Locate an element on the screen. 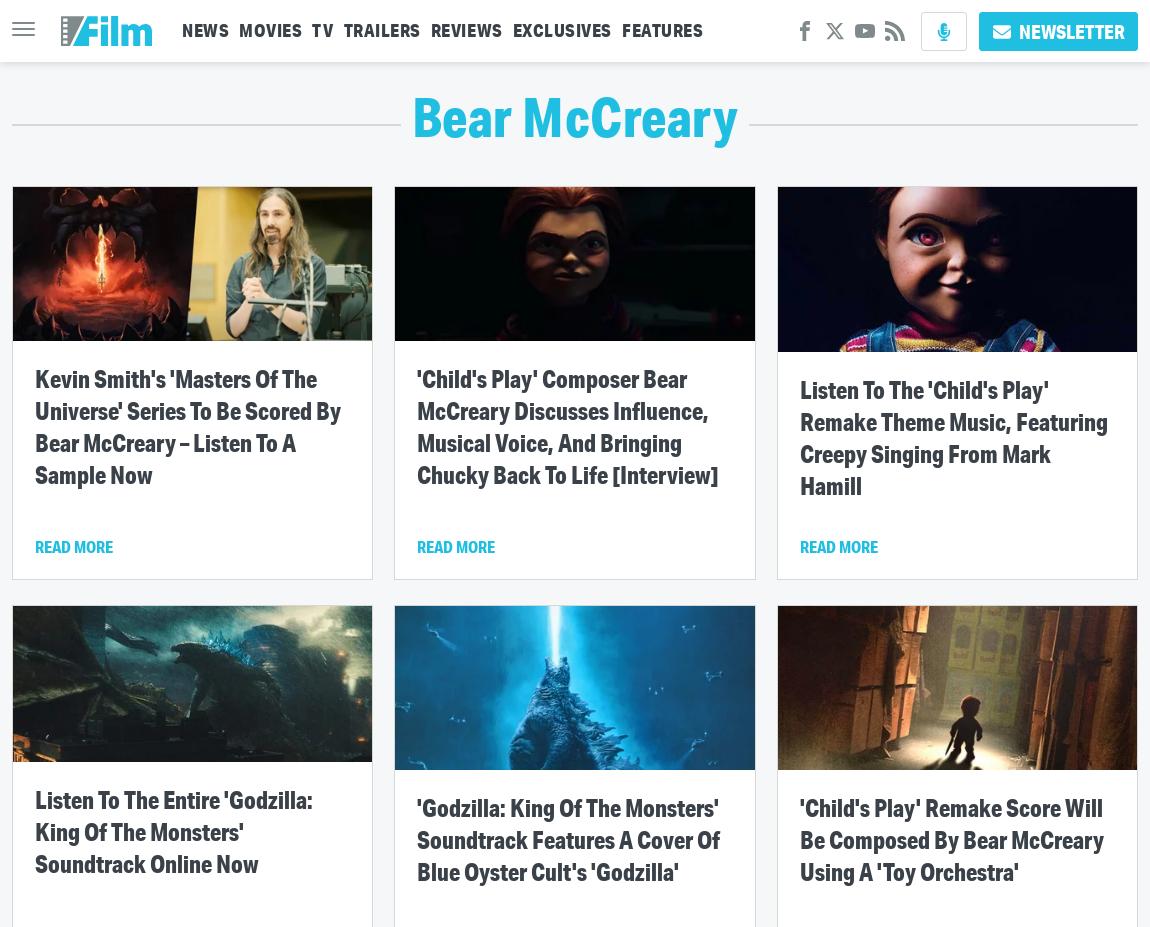 The height and width of the screenshot is (927, 1150). 'TRAILERS' is located at coordinates (381, 29).